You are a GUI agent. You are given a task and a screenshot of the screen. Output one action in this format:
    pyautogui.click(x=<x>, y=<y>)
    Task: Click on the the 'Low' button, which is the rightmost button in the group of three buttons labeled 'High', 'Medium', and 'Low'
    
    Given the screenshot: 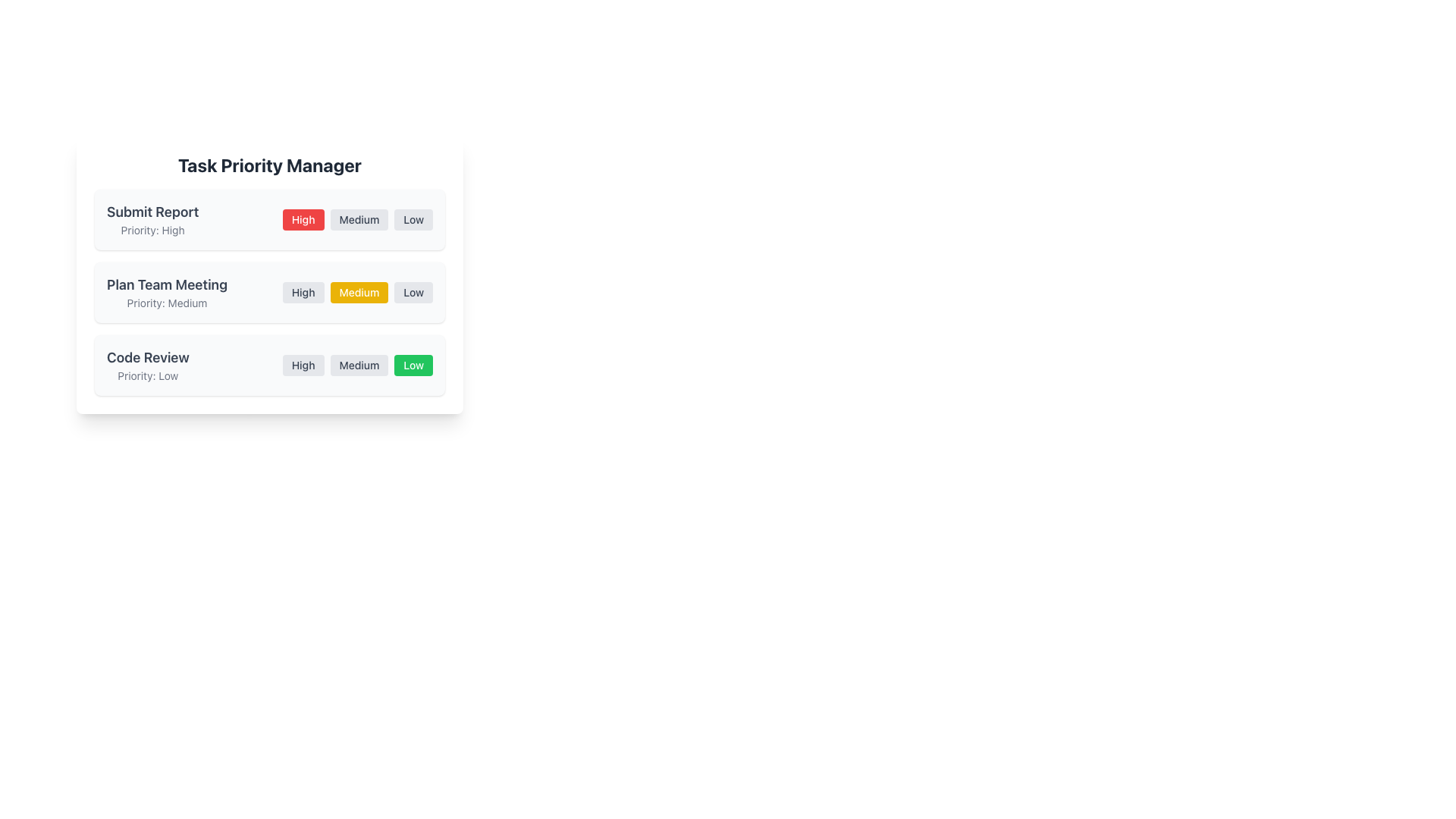 What is the action you would take?
    pyautogui.click(x=413, y=292)
    